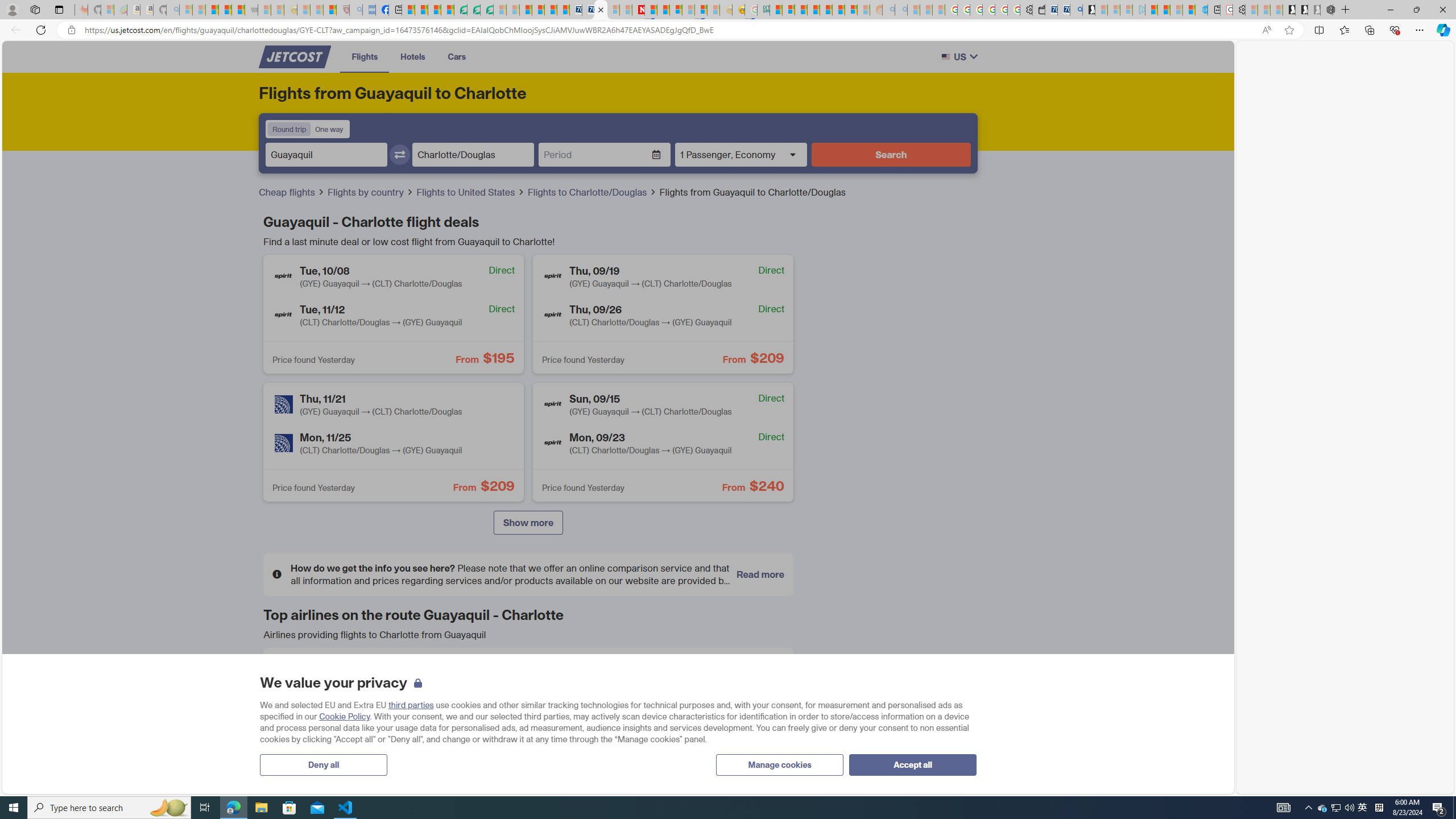 The width and height of the screenshot is (1456, 819). What do you see at coordinates (412, 56) in the screenshot?
I see `'Hotels'` at bounding box center [412, 56].